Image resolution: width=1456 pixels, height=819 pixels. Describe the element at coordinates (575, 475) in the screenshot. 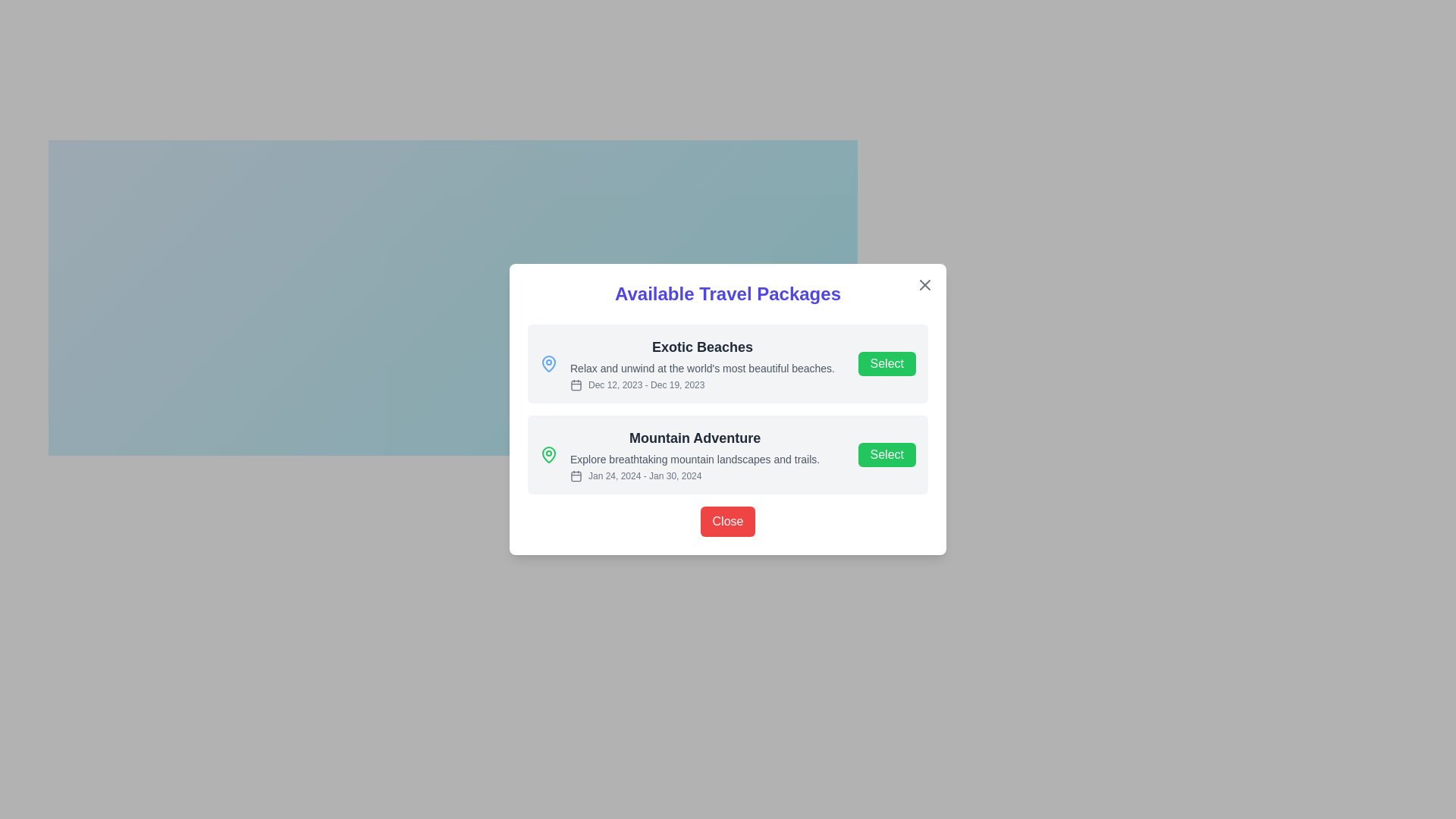

I see `the small calendar icon with a gray outline located to the left of the travel dates 'Jan 24, 2024 - Jan 30, 2024' in the 'Mountain Adventure' section` at that location.